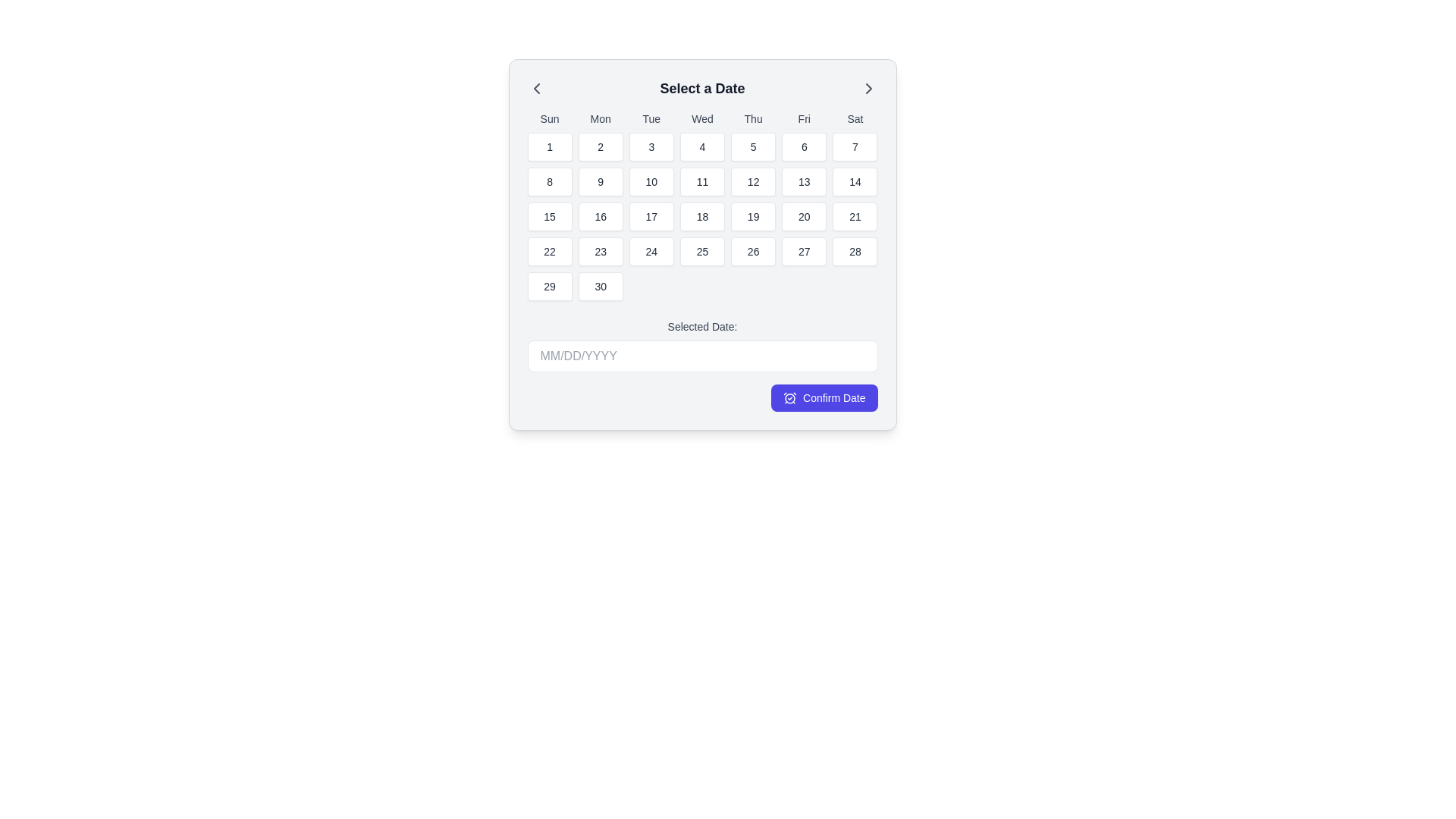  What do you see at coordinates (855, 250) in the screenshot?
I see `the rectangular button labeled '28' located in the sixth row and seventh column under the 'Sat' column header in the calendar interface` at bounding box center [855, 250].